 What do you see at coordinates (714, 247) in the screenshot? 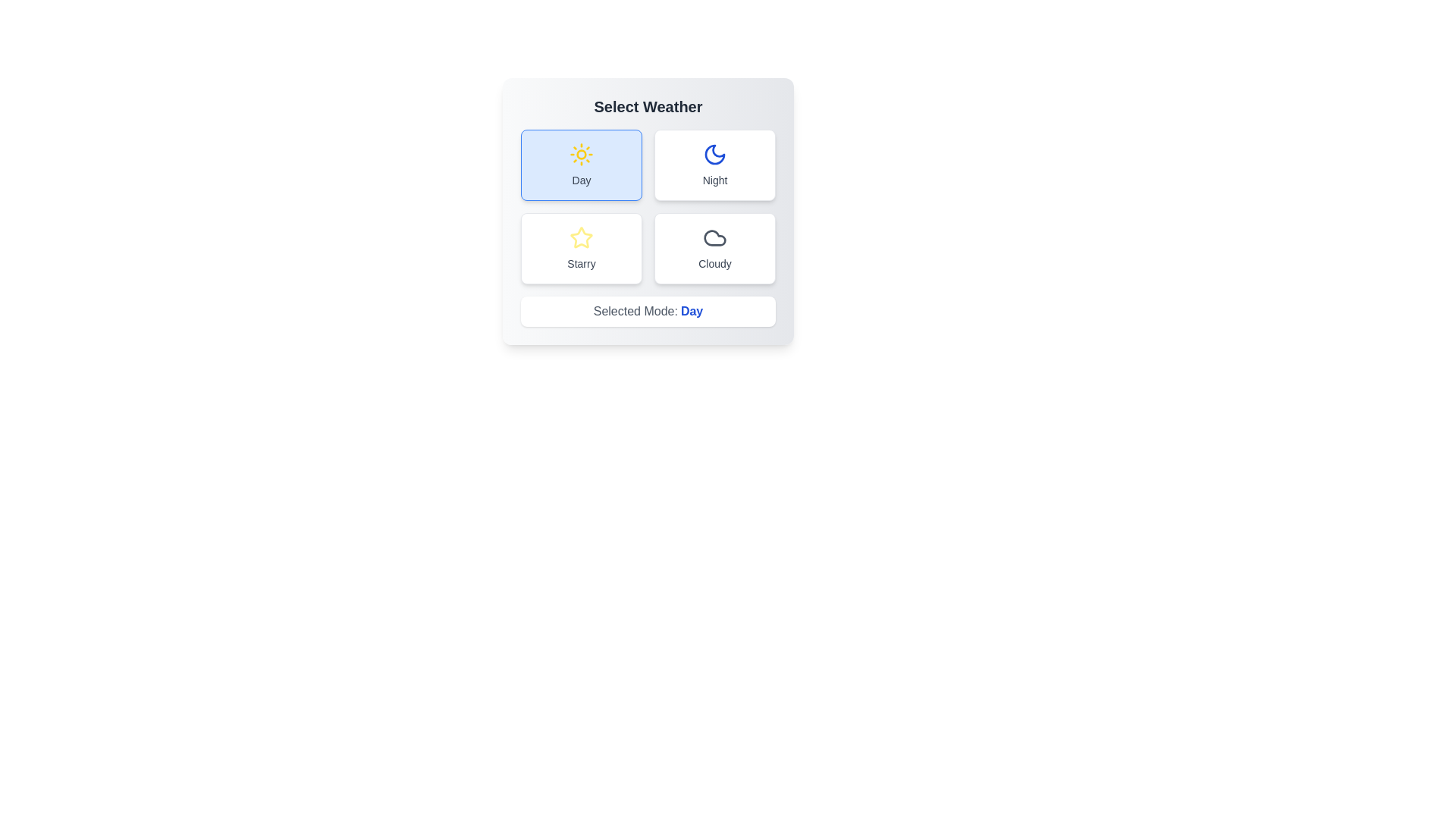
I see `the button labeled Cloudy to observe the hover effect` at bounding box center [714, 247].